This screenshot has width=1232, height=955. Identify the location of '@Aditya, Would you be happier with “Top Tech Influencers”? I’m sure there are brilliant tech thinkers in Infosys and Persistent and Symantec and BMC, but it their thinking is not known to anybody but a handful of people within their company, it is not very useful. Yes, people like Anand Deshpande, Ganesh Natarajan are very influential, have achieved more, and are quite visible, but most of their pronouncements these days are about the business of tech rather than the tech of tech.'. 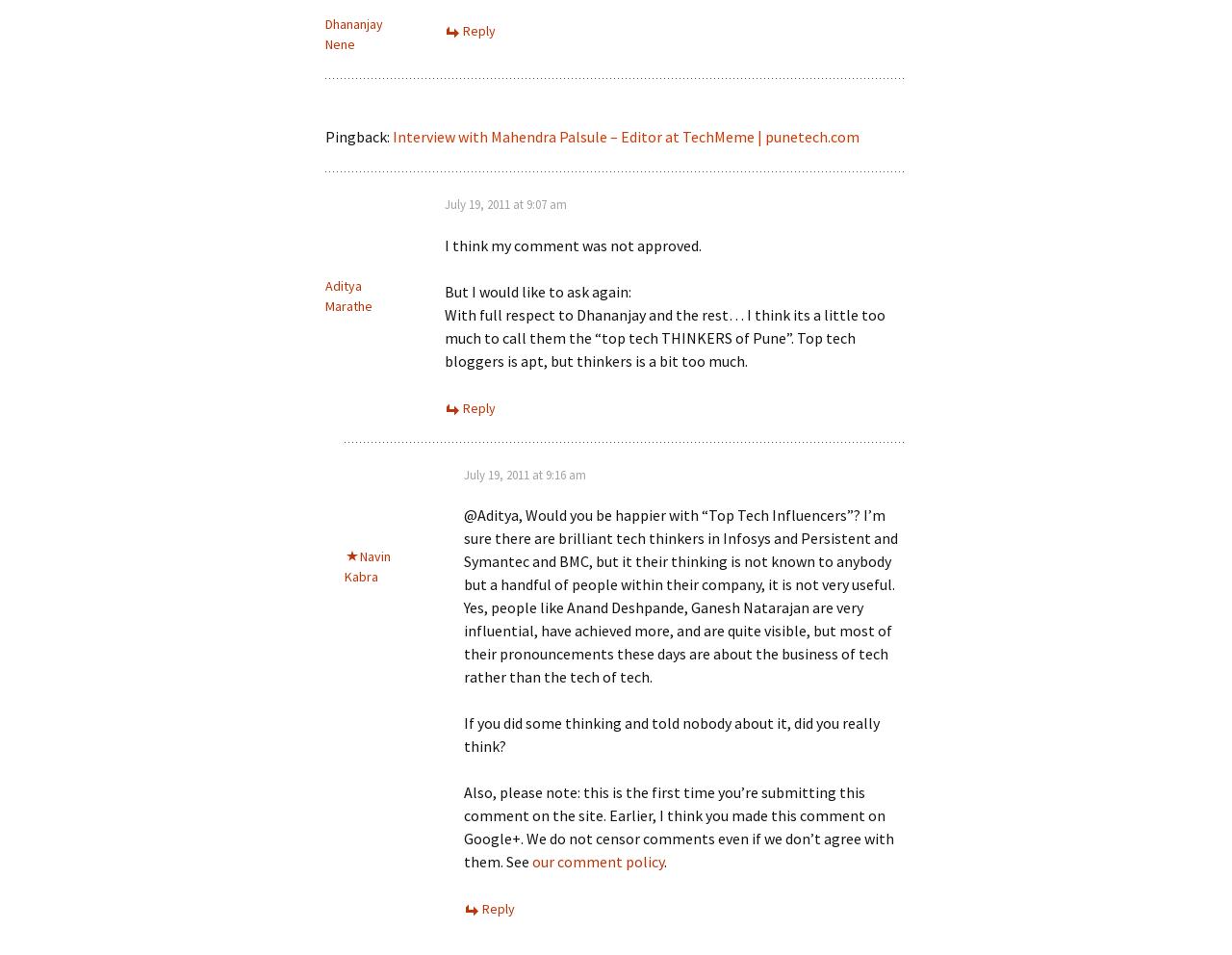
(680, 595).